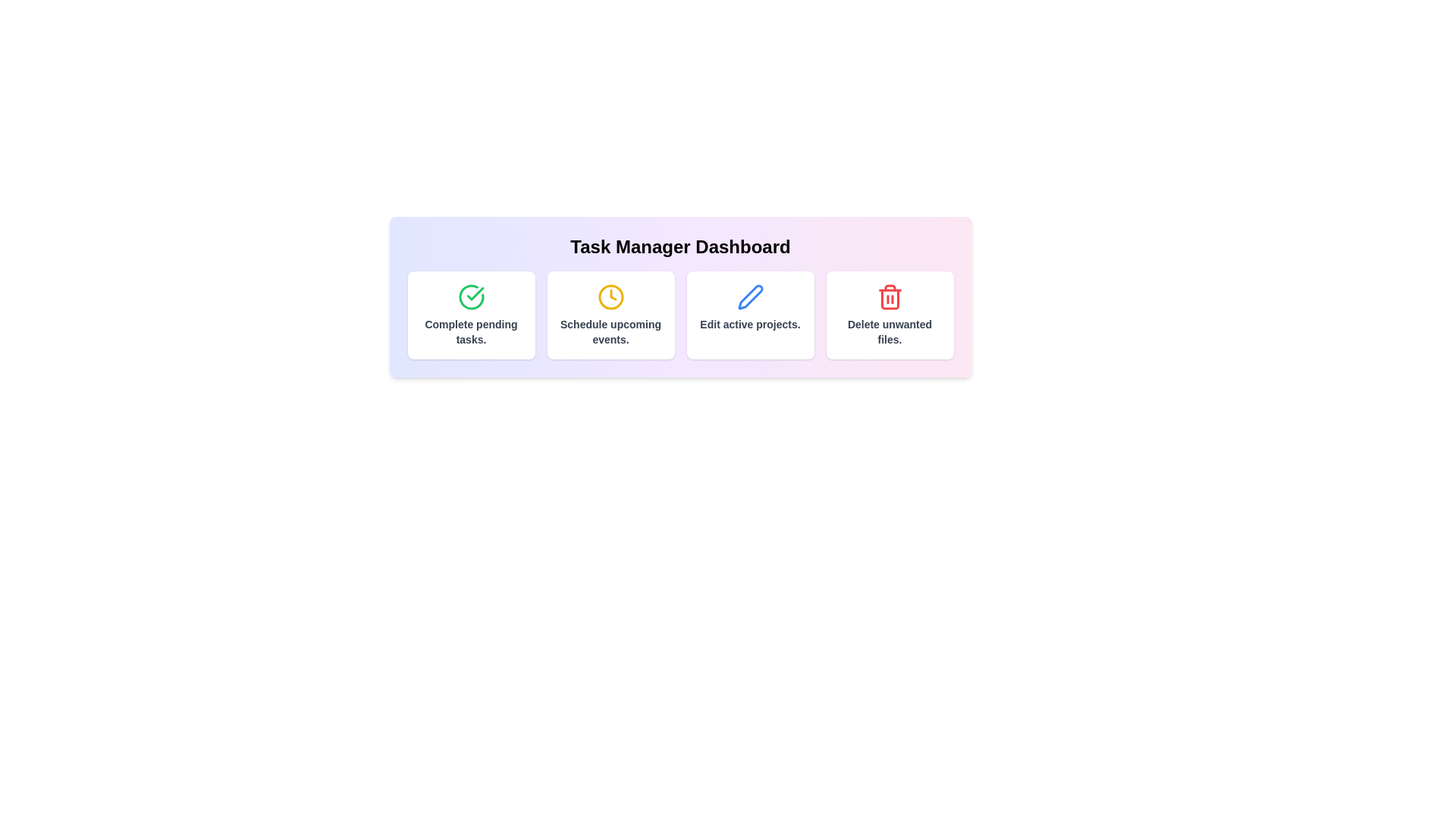 The width and height of the screenshot is (1456, 819). What do you see at coordinates (470, 331) in the screenshot?
I see `the text label that says 'Complete pending tasks.' located within the leftmost card of the four-card layout in the main dashboard` at bounding box center [470, 331].